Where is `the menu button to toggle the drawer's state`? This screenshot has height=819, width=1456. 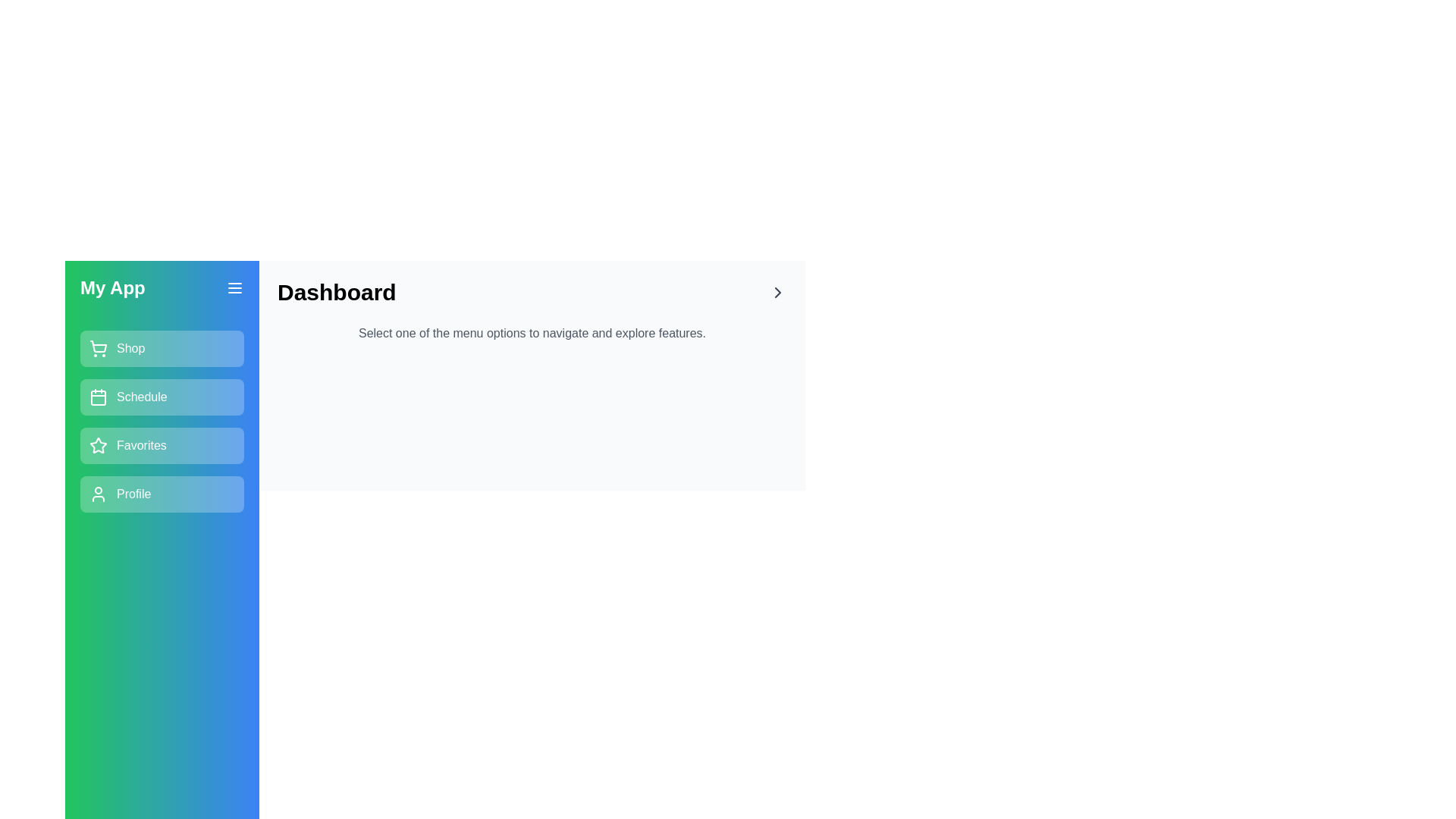
the menu button to toggle the drawer's state is located at coordinates (234, 288).